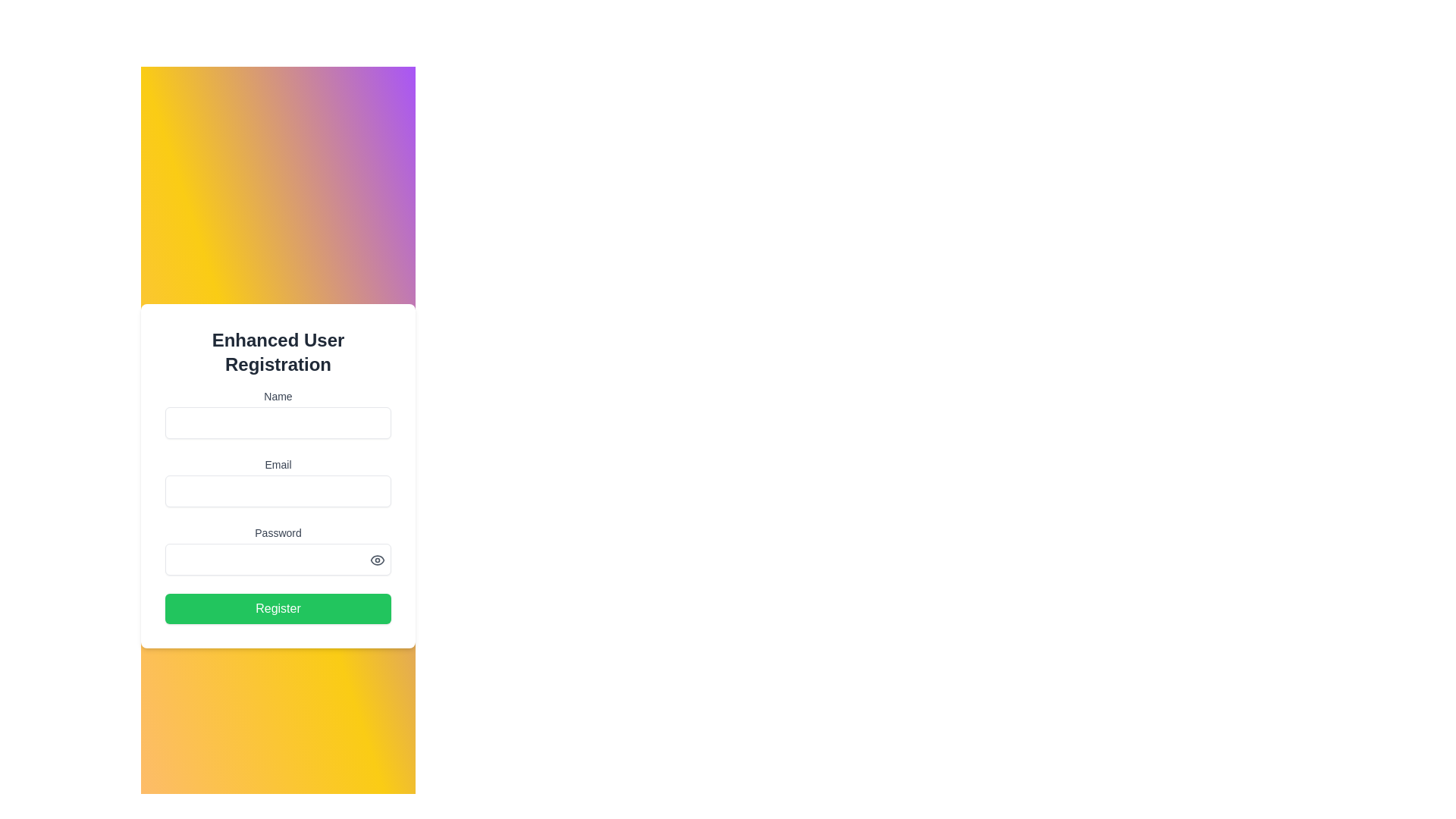 Image resolution: width=1456 pixels, height=819 pixels. Describe the element at coordinates (278, 353) in the screenshot. I see `on the text label displaying 'Enhanced User Registration'` at that location.